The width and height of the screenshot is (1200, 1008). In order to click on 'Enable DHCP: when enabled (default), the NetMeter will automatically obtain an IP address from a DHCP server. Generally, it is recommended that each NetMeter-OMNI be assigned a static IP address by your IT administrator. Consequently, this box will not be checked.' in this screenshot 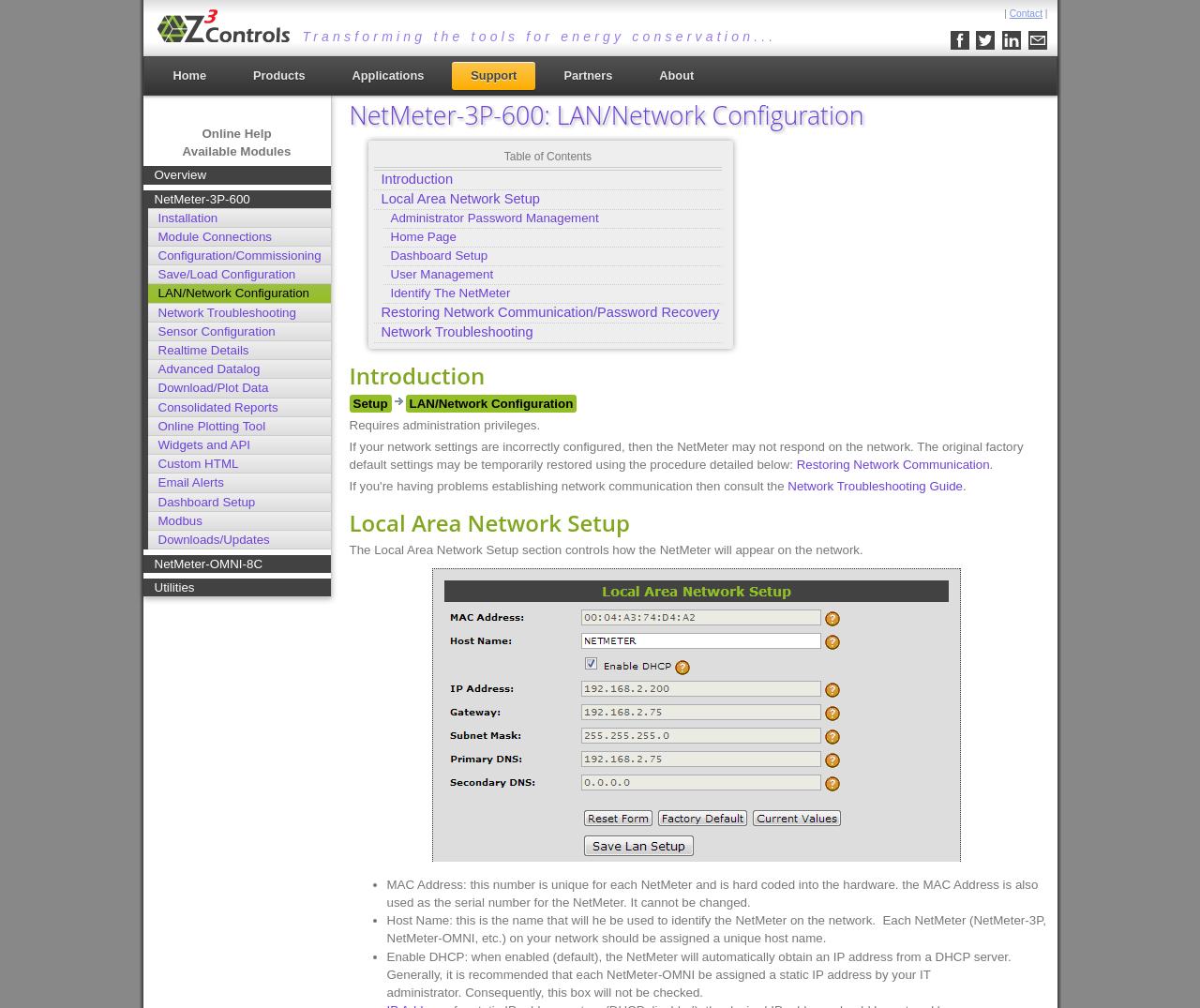, I will do `click(697, 973)`.